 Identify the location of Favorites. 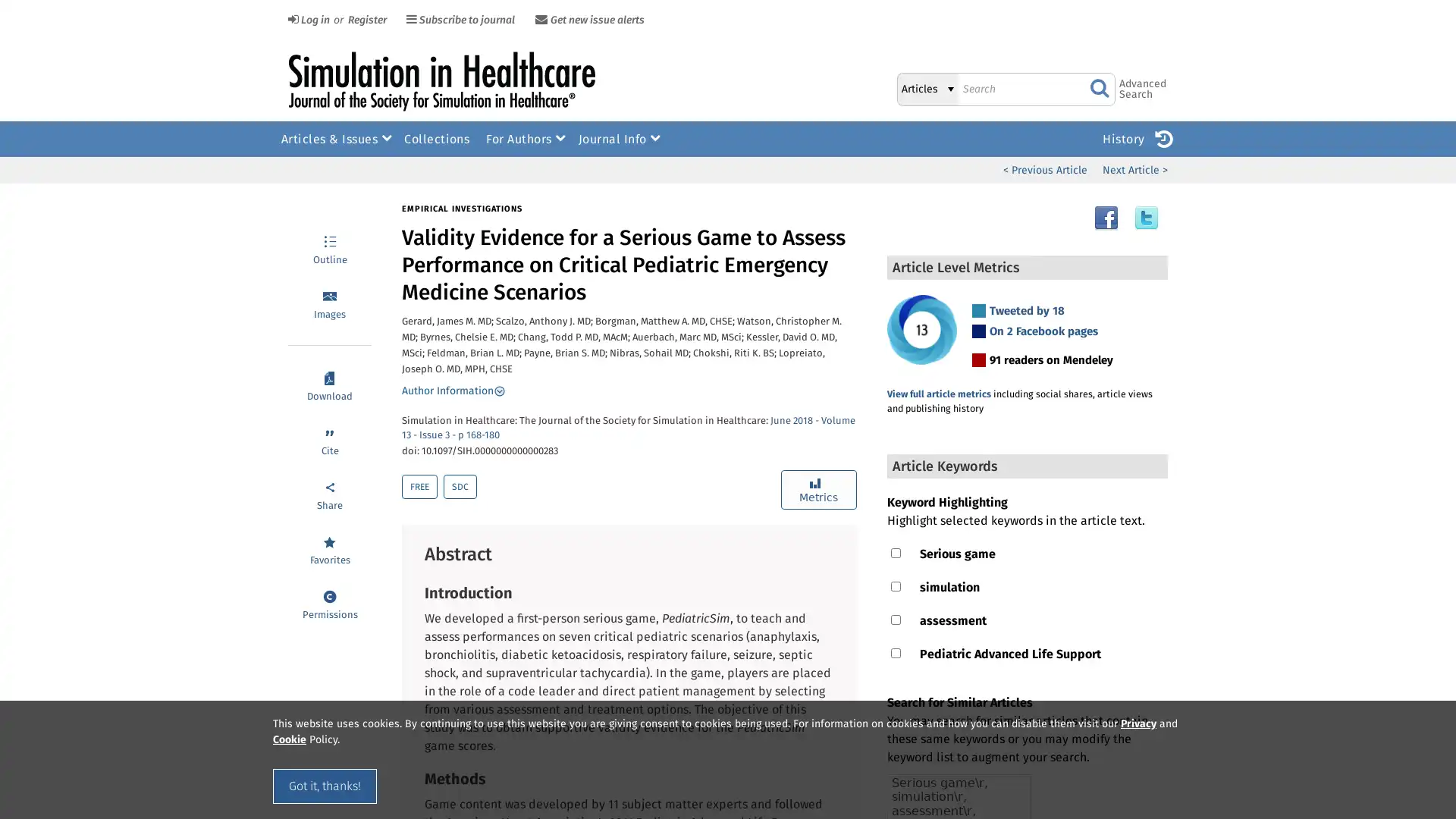
(329, 549).